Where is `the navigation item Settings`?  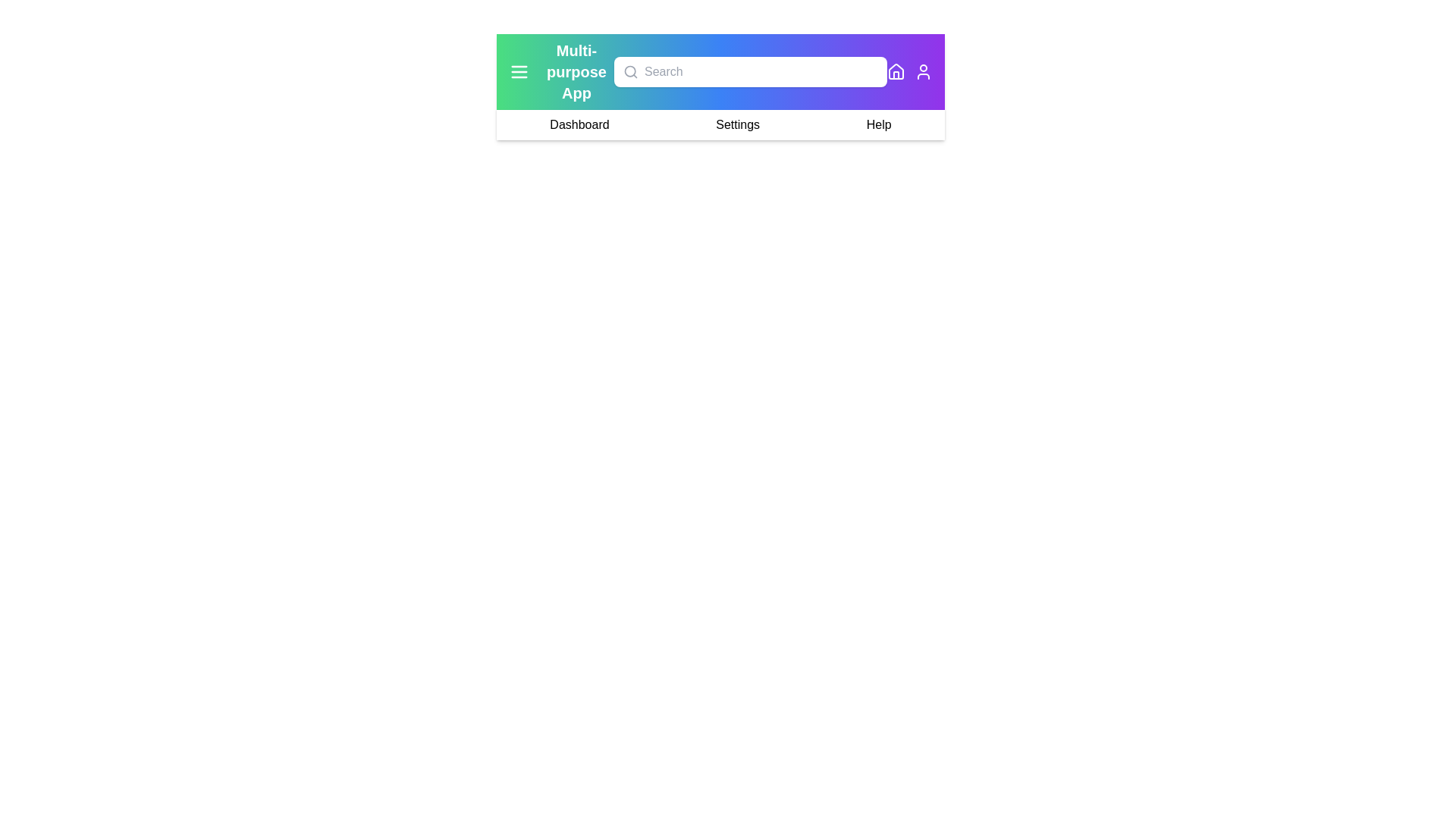
the navigation item Settings is located at coordinates (738, 124).